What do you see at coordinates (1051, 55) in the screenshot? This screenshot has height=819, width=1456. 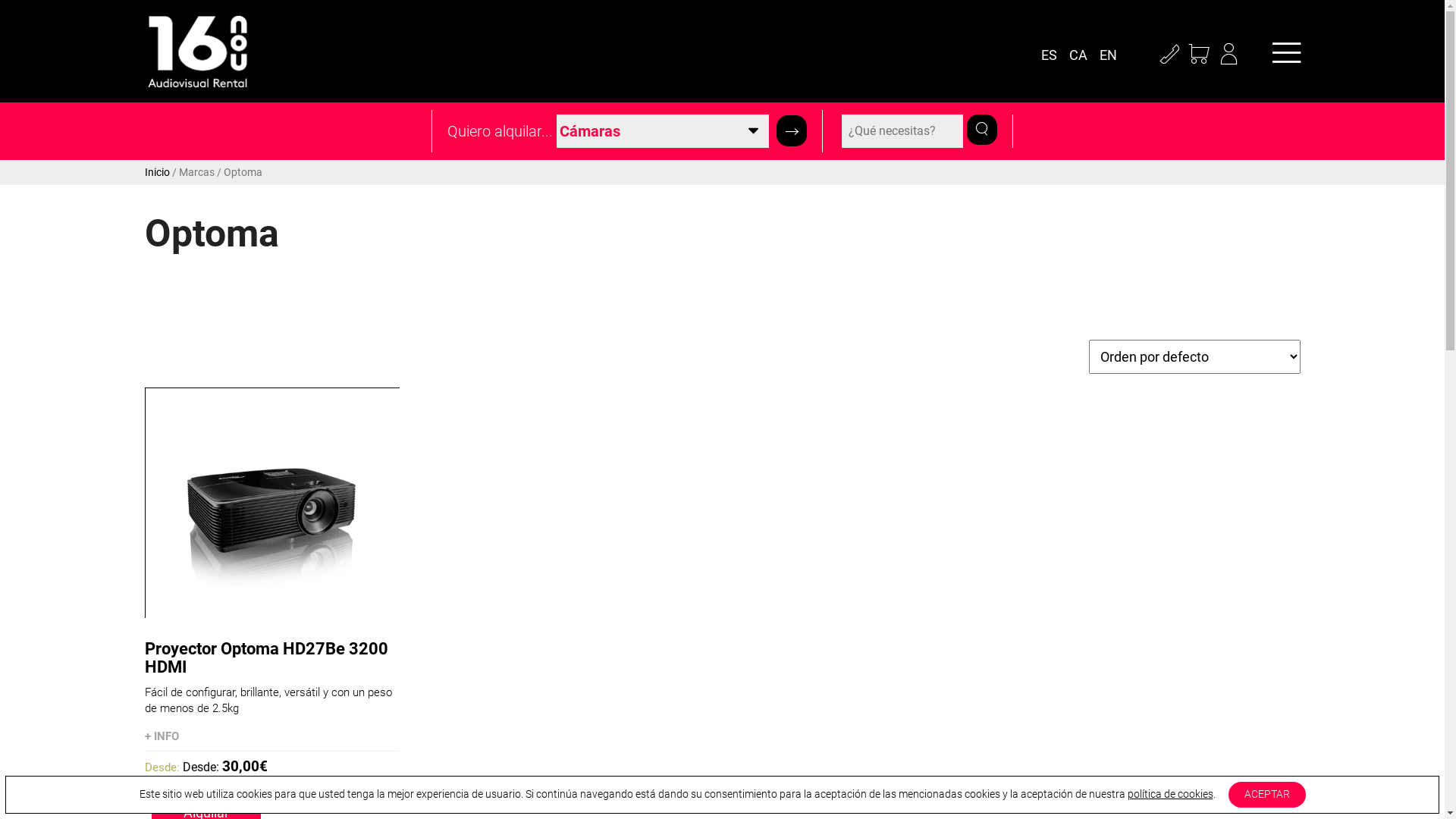 I see `'ES'` at bounding box center [1051, 55].